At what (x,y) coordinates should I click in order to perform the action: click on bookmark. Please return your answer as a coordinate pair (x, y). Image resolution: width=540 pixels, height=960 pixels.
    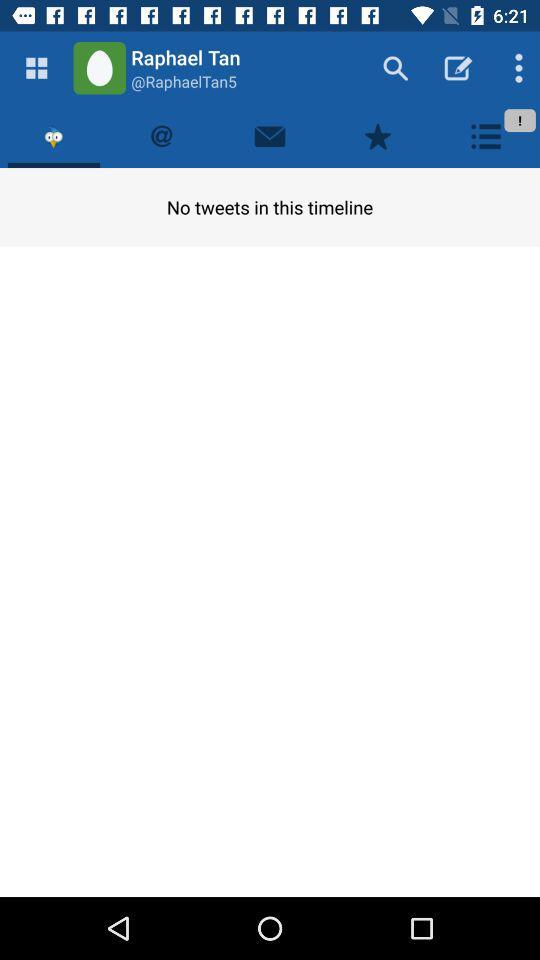
    Looking at the image, I should click on (378, 135).